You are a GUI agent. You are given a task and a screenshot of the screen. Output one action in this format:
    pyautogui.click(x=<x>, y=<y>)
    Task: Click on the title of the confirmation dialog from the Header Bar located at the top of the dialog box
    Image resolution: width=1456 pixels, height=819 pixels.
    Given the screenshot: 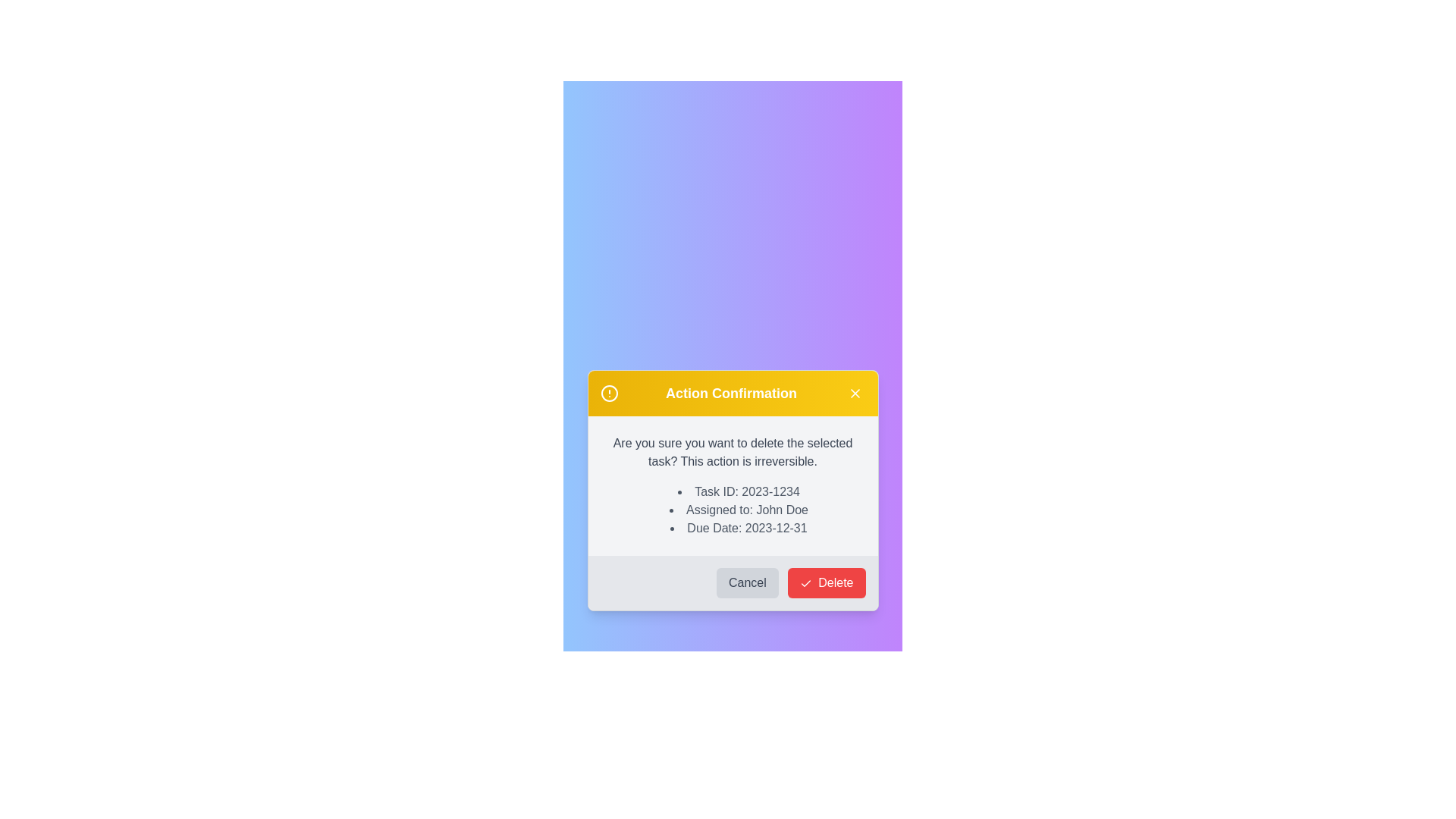 What is the action you would take?
    pyautogui.click(x=733, y=393)
    